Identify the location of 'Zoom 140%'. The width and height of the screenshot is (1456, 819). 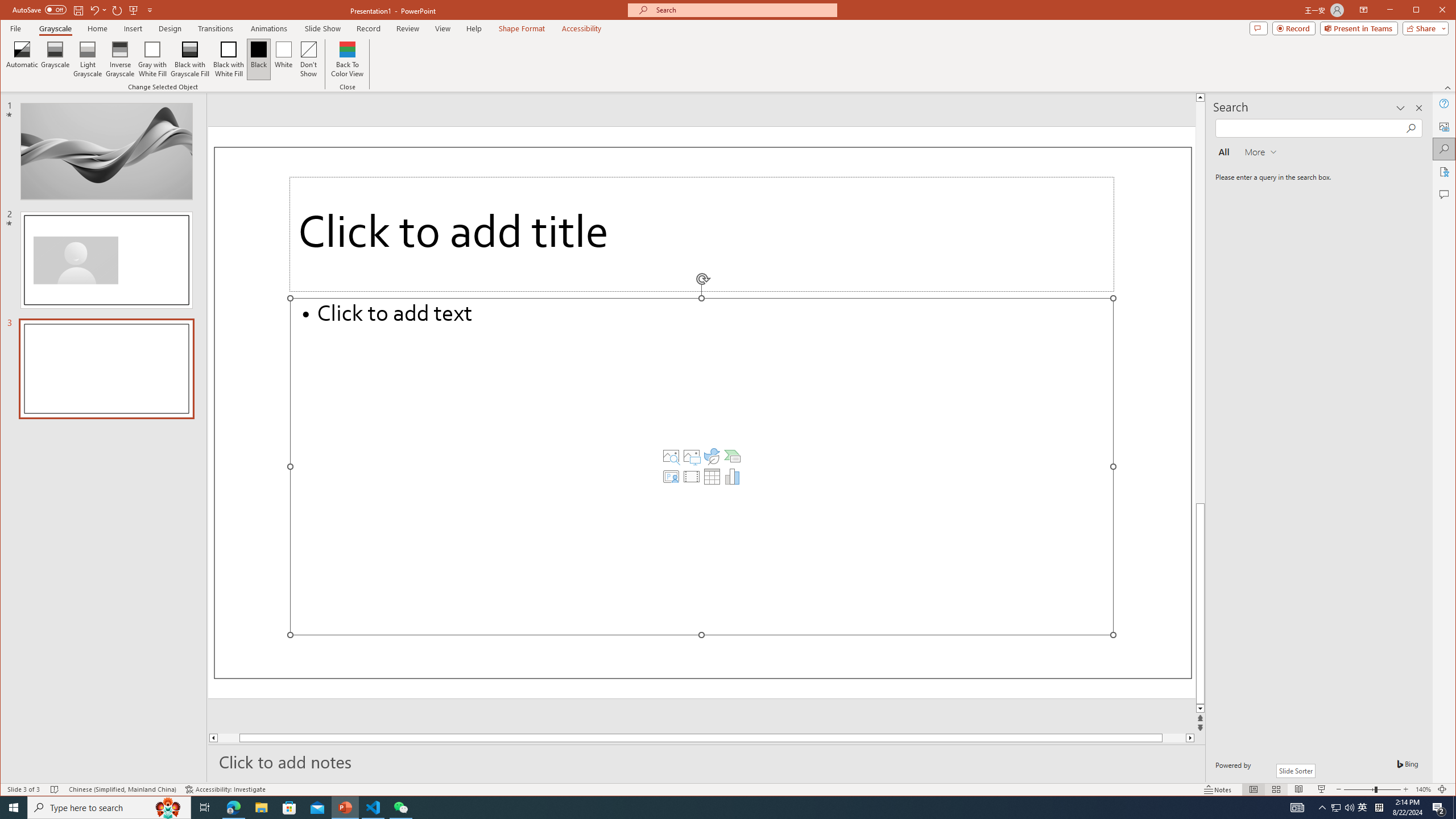
(1423, 789).